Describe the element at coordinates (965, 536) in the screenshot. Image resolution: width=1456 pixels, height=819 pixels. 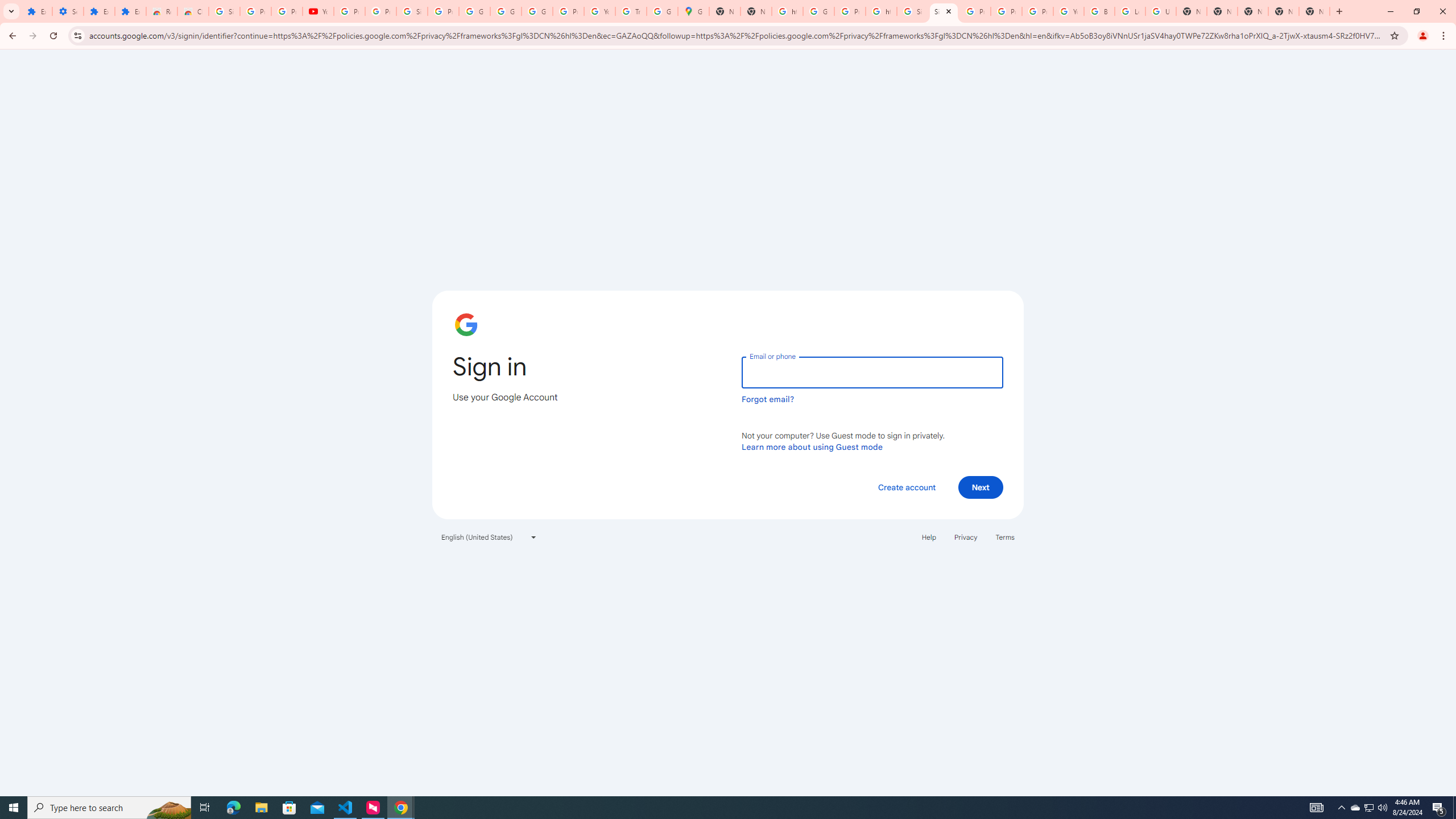
I see `'Privacy'` at that location.